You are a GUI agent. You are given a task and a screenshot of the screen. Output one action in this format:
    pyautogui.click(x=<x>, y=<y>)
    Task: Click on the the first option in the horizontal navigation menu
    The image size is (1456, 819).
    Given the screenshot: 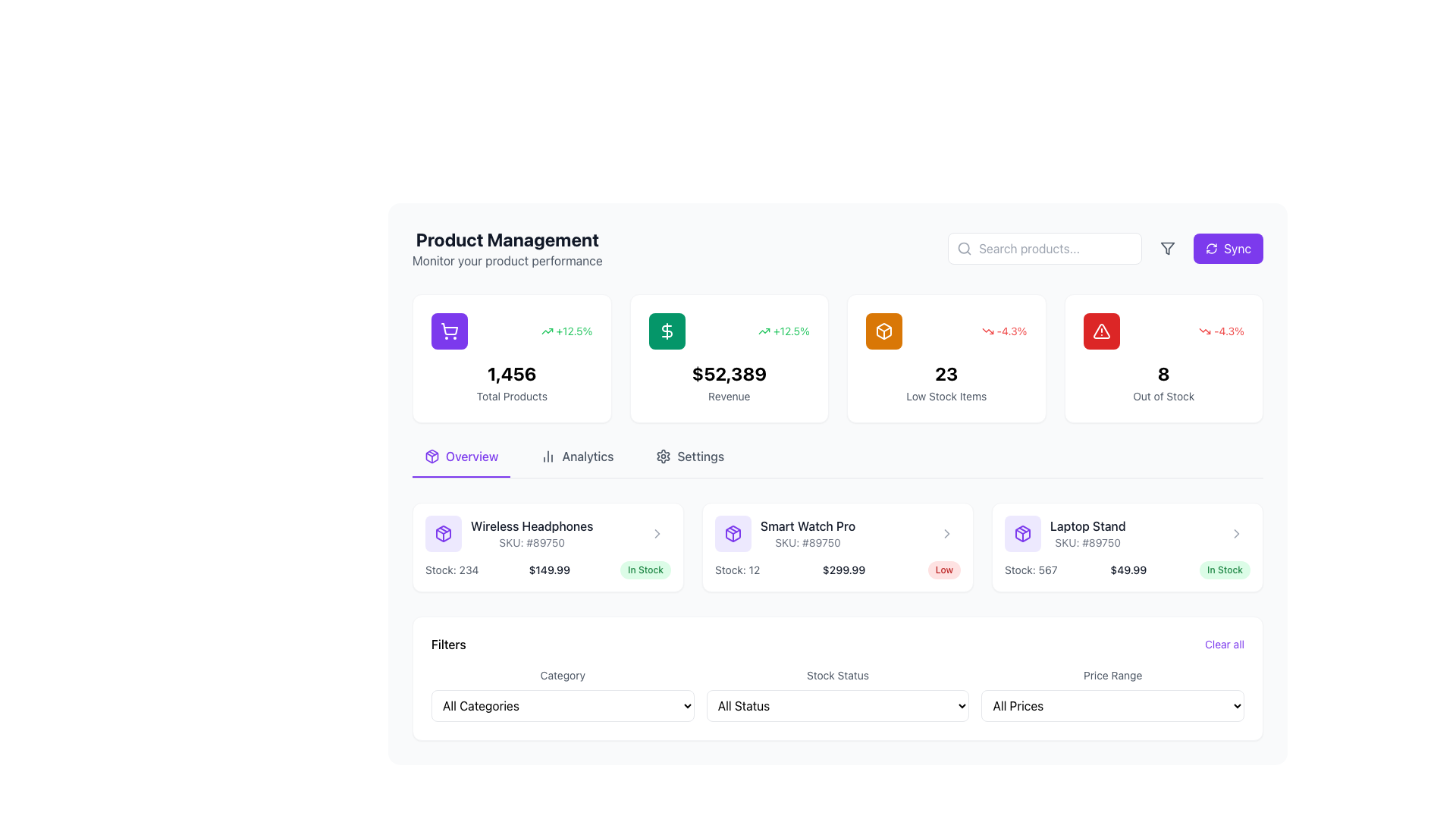 What is the action you would take?
    pyautogui.click(x=460, y=461)
    